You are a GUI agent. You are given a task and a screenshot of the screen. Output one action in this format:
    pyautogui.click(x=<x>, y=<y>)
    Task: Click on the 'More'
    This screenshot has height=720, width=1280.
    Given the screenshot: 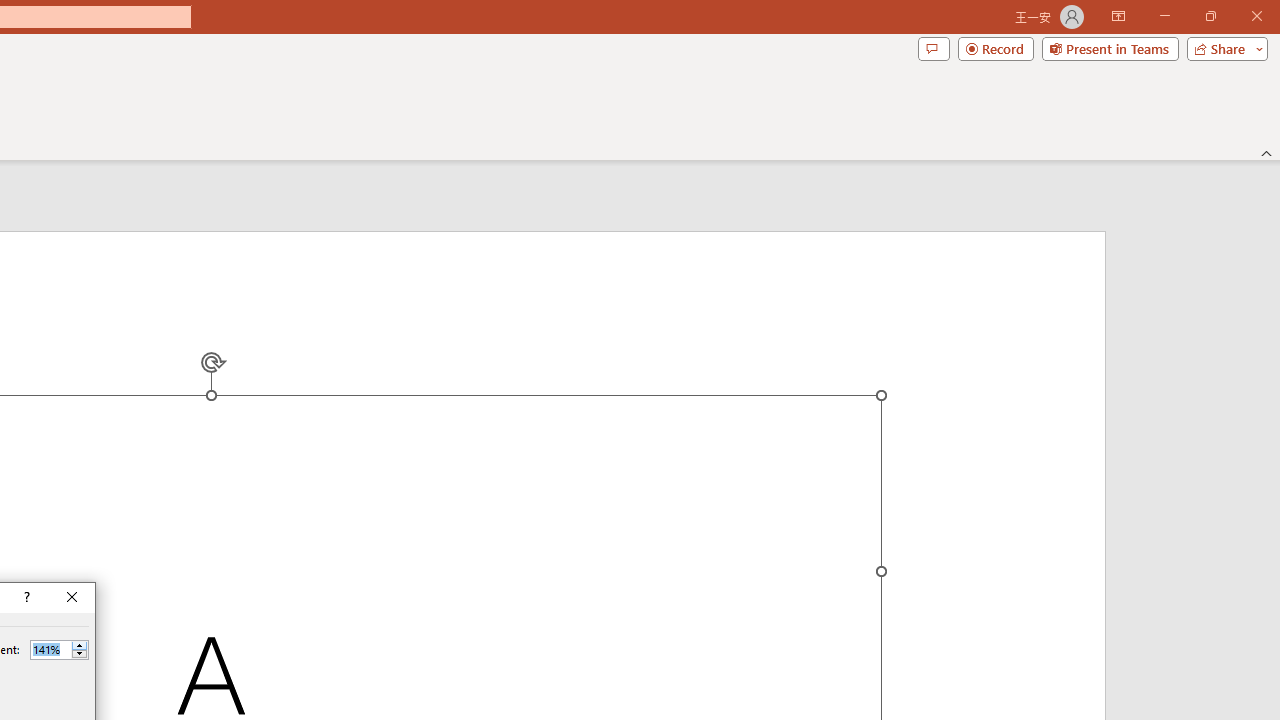 What is the action you would take?
    pyautogui.click(x=79, y=645)
    